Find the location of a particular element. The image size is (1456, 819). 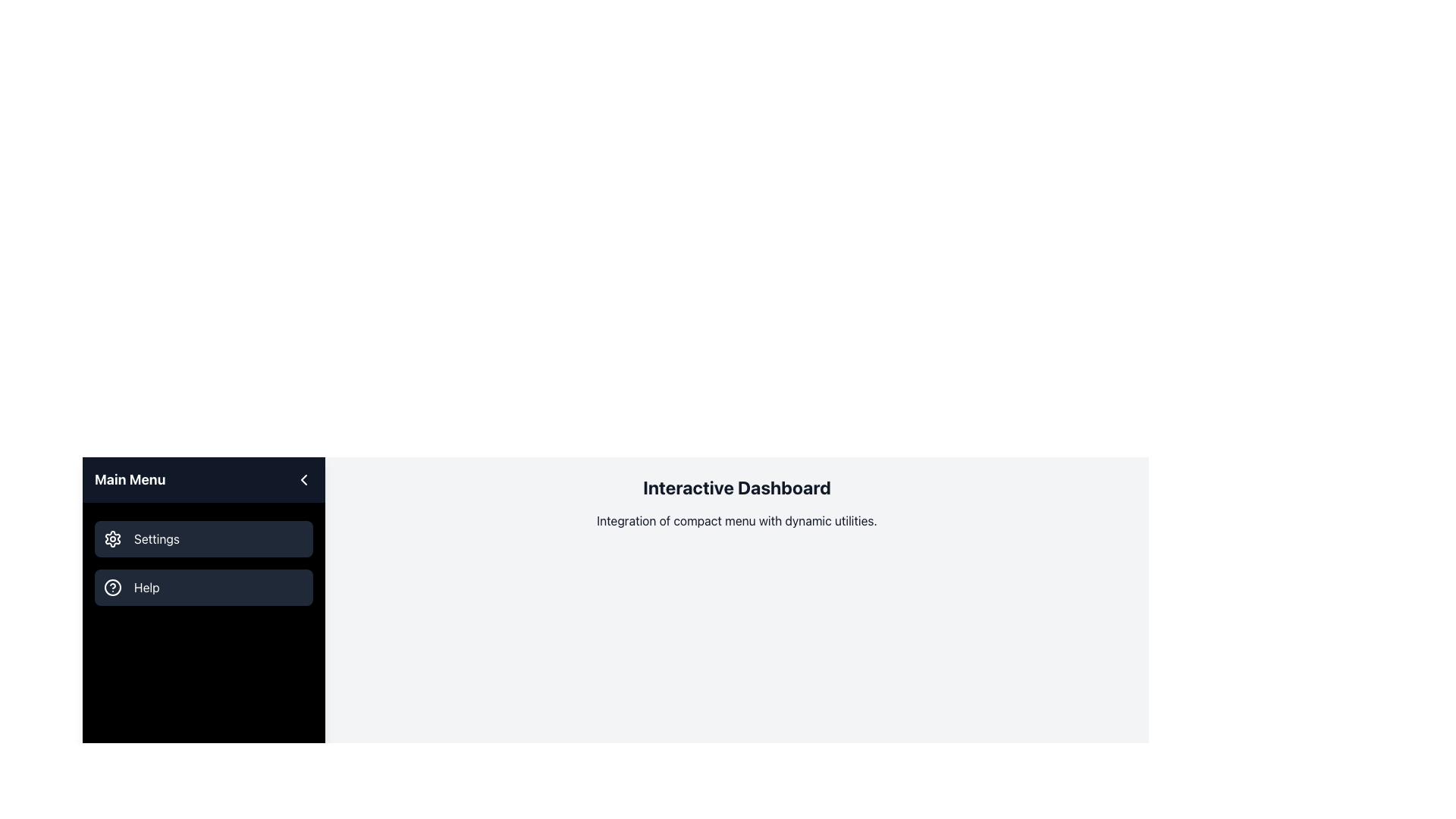

the SVG Circle Graphic that is the inner circle of the icon associated with the 'Help' menu option in the left sidebar, located centrally below the 'Settings' option is located at coordinates (111, 587).